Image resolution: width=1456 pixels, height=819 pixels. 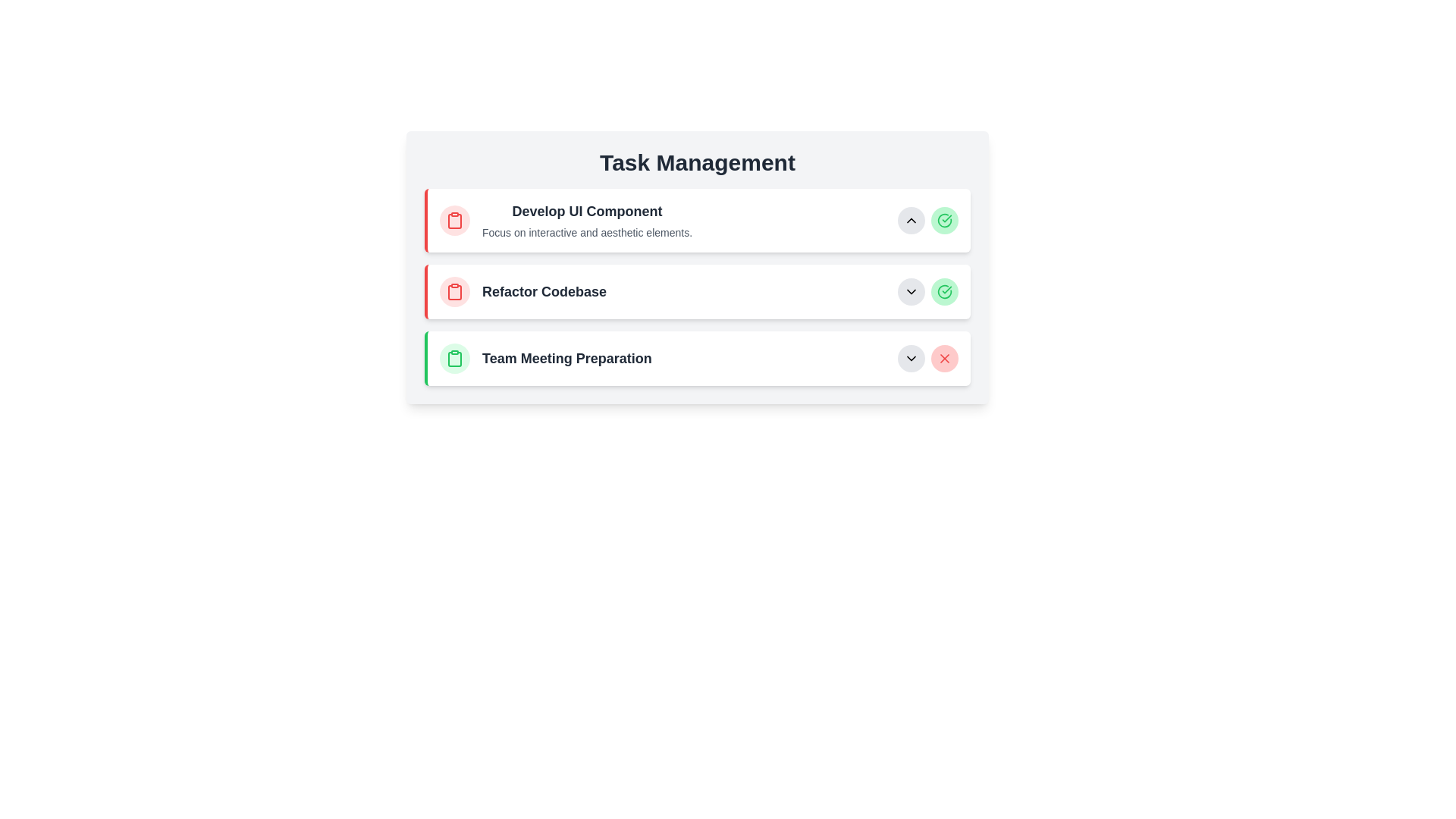 I want to click on the confirmation button located to the right of the 'Refactor Codebase' task item, so click(x=944, y=292).